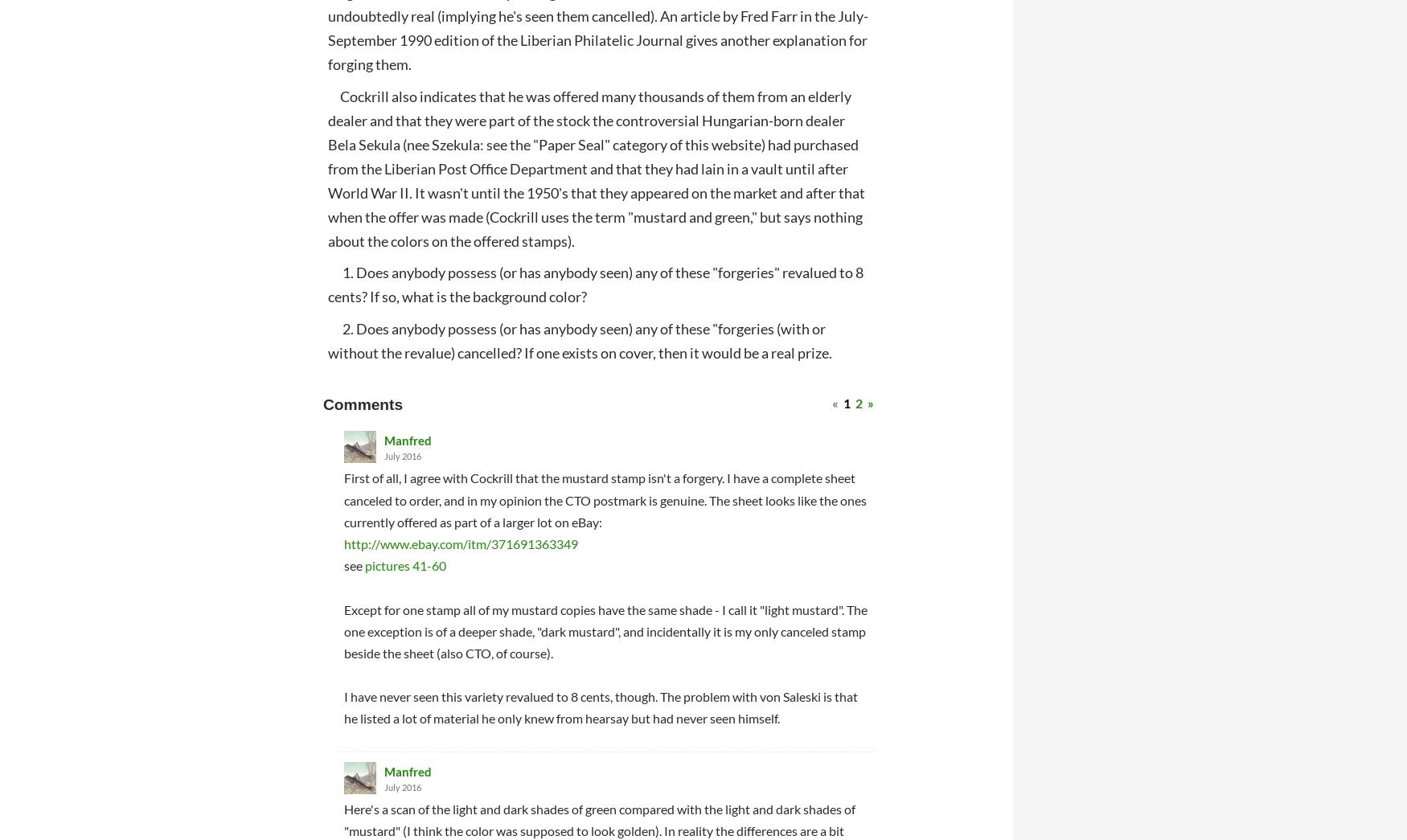  I want to click on 'First of all, I agree with Cockrill that the mustard stamp isn't a forgery. I have a complete sheet canceled to order, and in my opinion the CTO postmark is genuine. The sheet looks like the ones currently offered as part of a larger lot on eBay:', so click(605, 498).